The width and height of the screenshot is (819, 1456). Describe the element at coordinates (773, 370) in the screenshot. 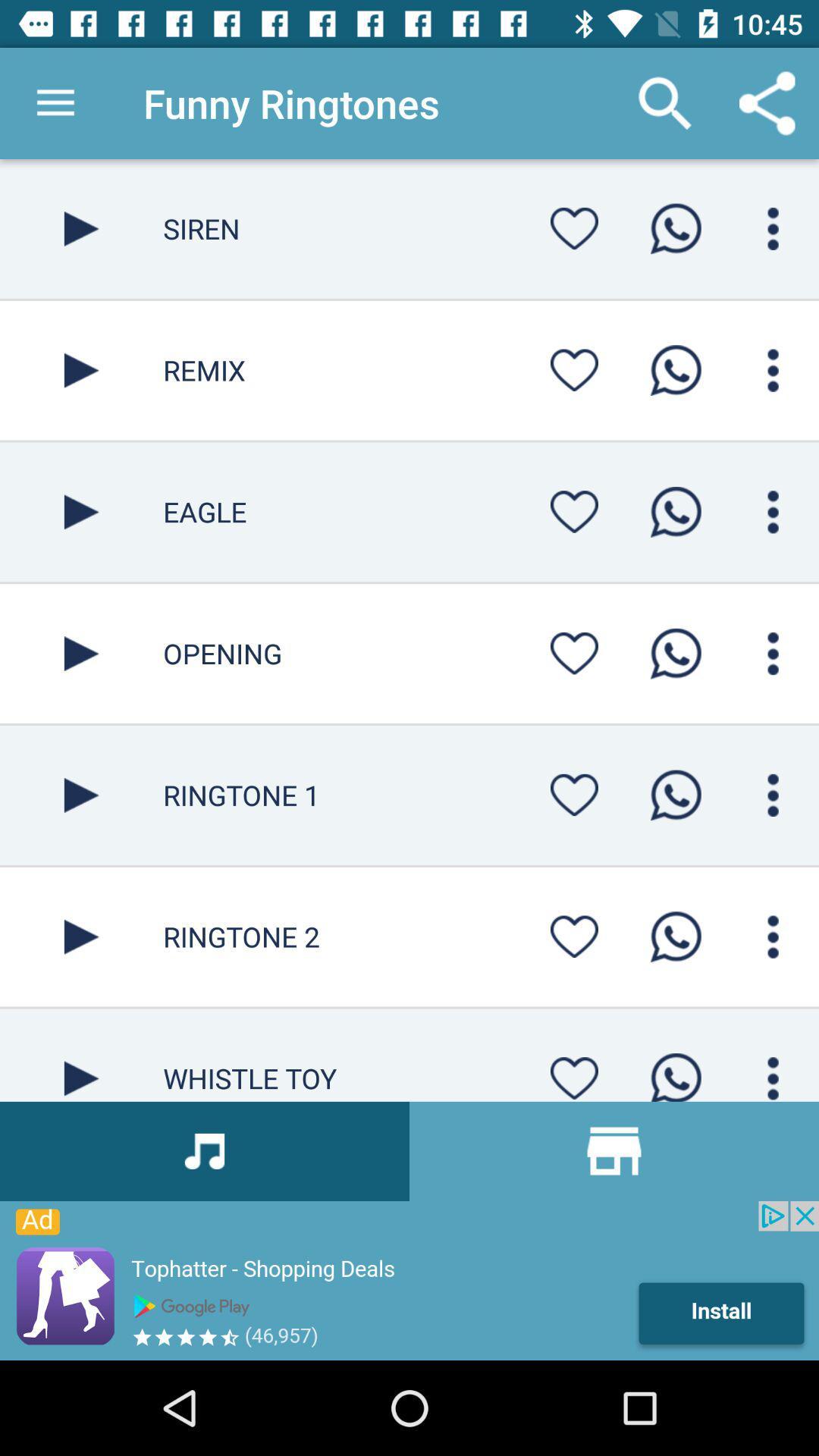

I see `menu` at that location.